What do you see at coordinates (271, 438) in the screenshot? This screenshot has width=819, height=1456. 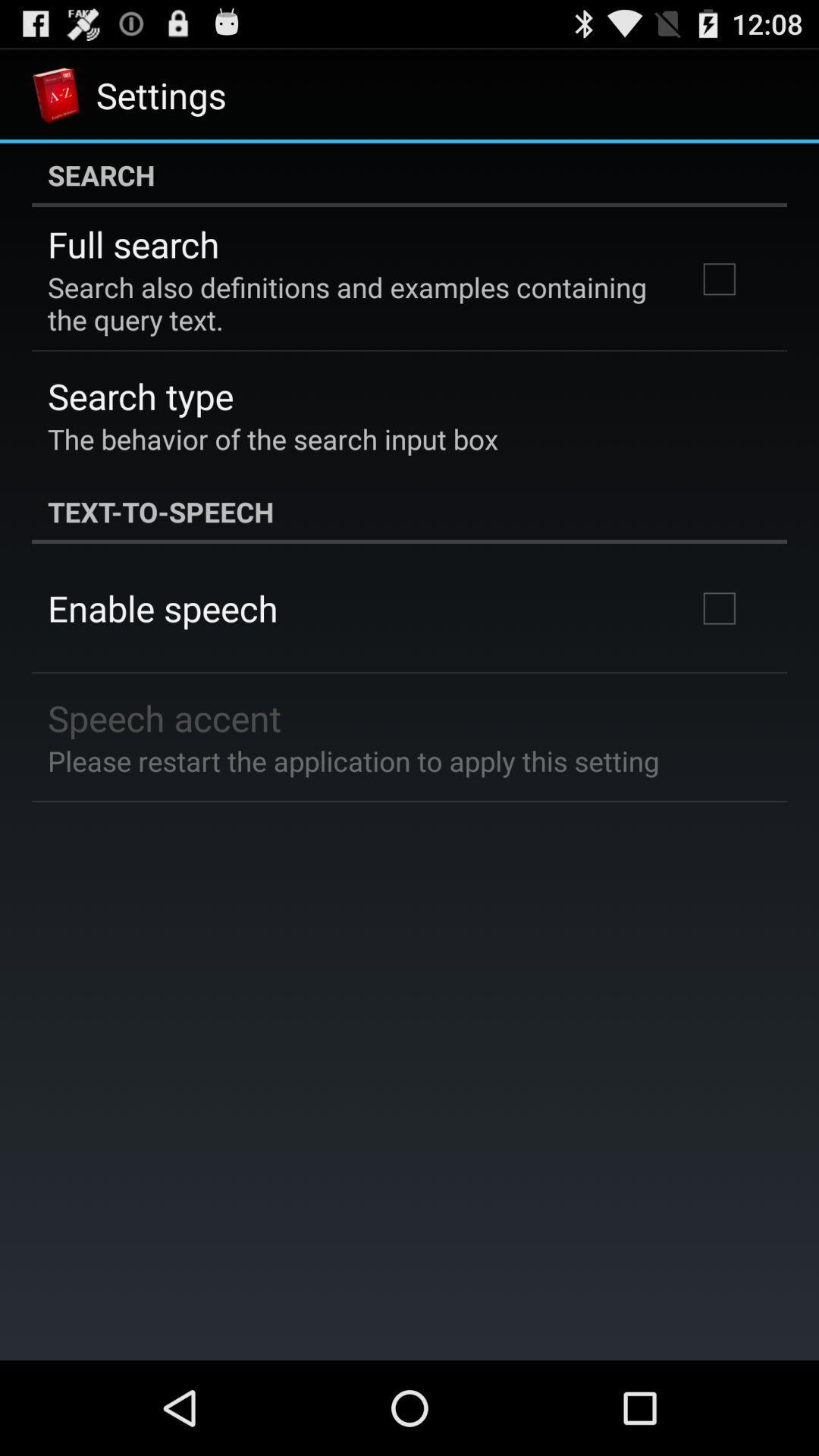 I see `item below the search type app` at bounding box center [271, 438].